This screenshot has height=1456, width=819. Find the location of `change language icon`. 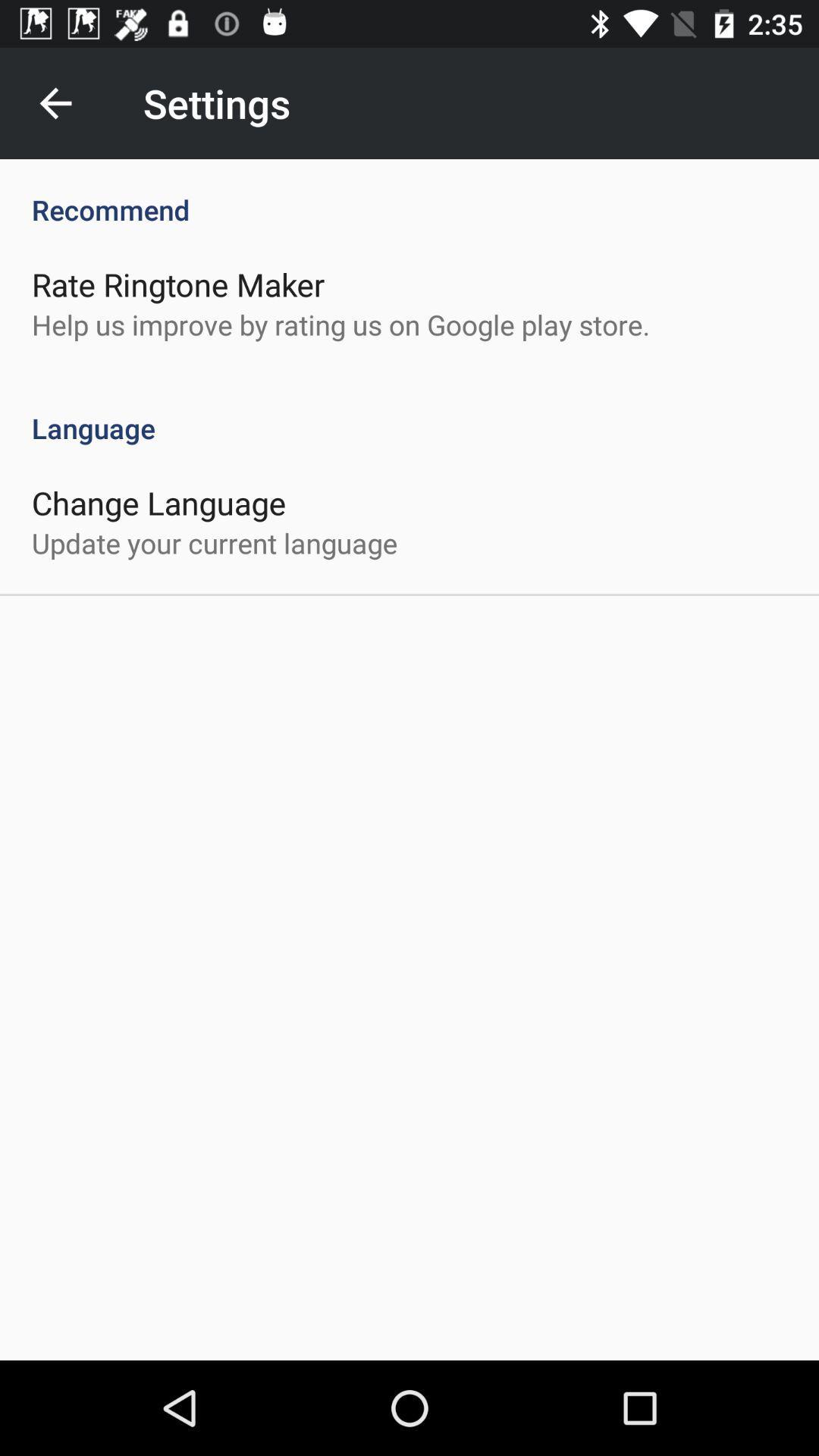

change language icon is located at coordinates (158, 502).